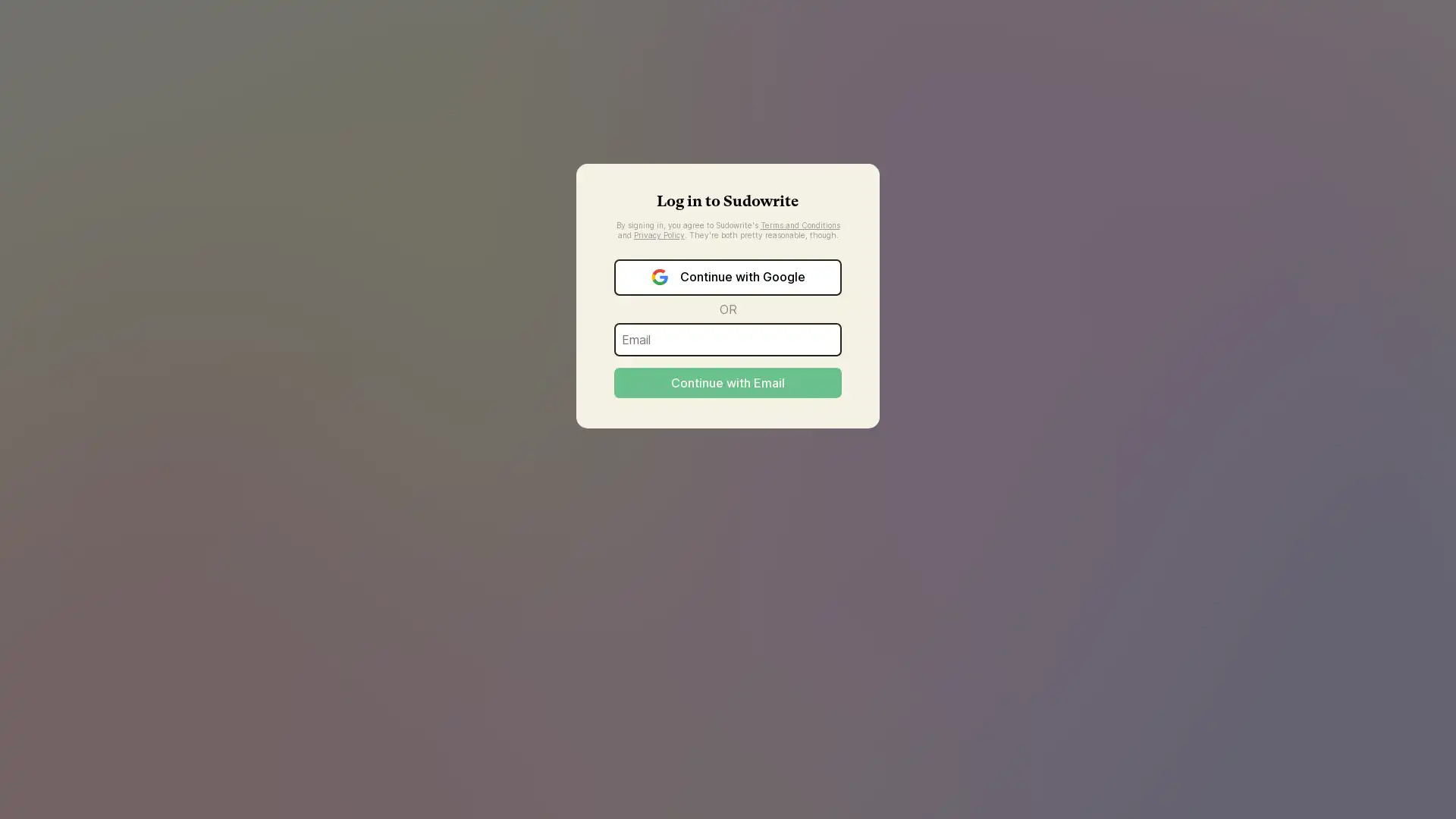 The height and width of the screenshot is (819, 1456). What do you see at coordinates (728, 277) in the screenshot?
I see `Continue with Google` at bounding box center [728, 277].